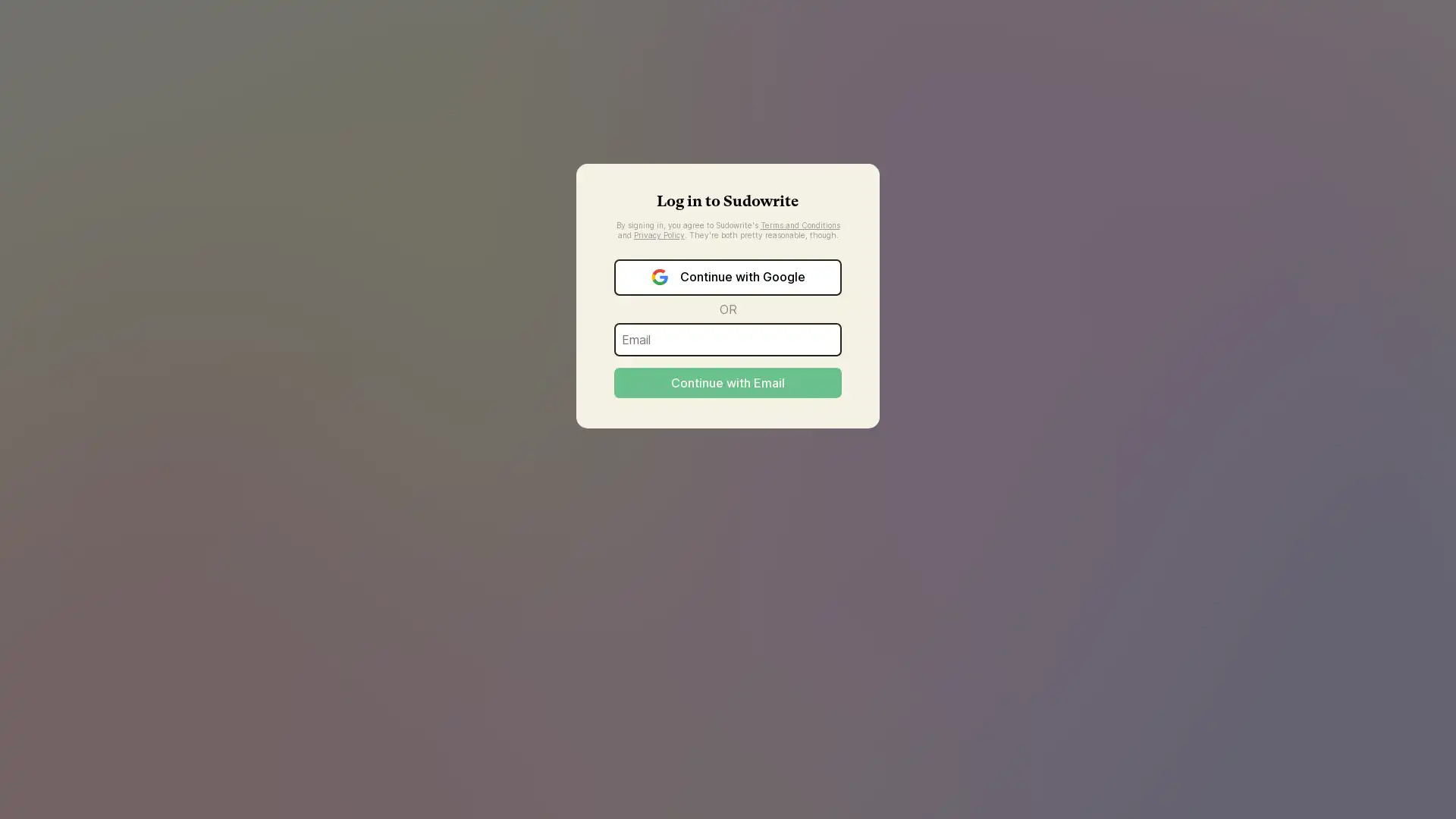 The height and width of the screenshot is (819, 1456). What do you see at coordinates (728, 277) in the screenshot?
I see `Continue with Google` at bounding box center [728, 277].